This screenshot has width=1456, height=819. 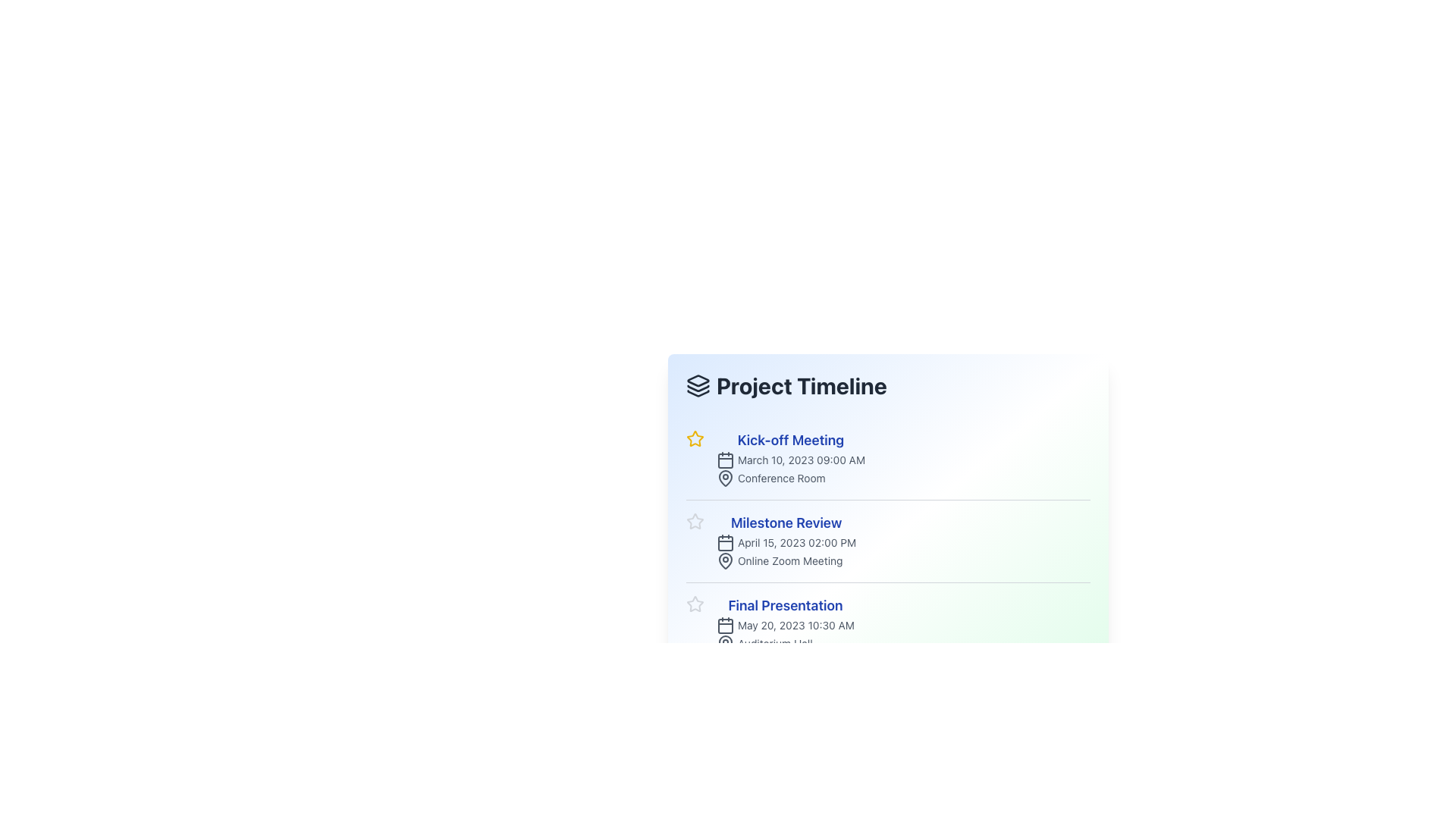 I want to click on text of the prominent blue label 'Milestone Review' displayed in bold within the timeline interface, positioned below 'Kick-off Meeting' and above 'Final Presentation', so click(x=786, y=522).